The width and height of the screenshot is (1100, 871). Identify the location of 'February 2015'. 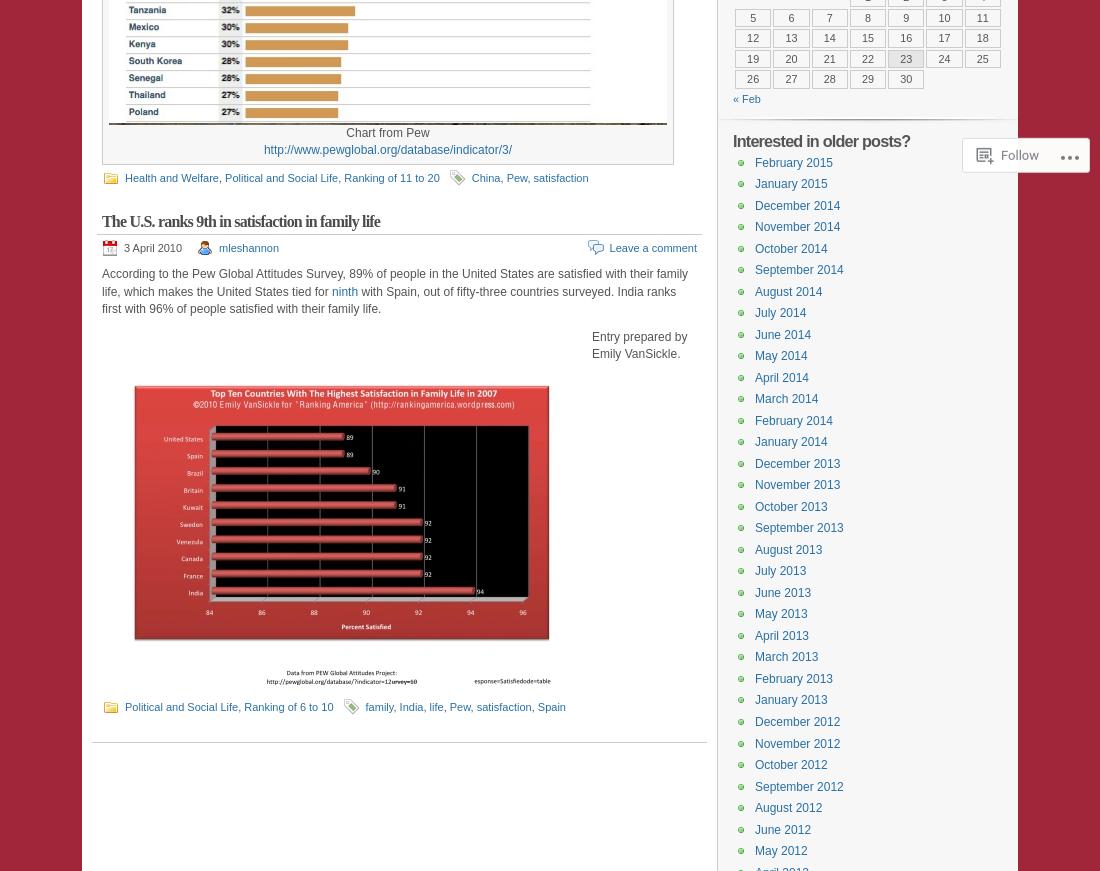
(793, 162).